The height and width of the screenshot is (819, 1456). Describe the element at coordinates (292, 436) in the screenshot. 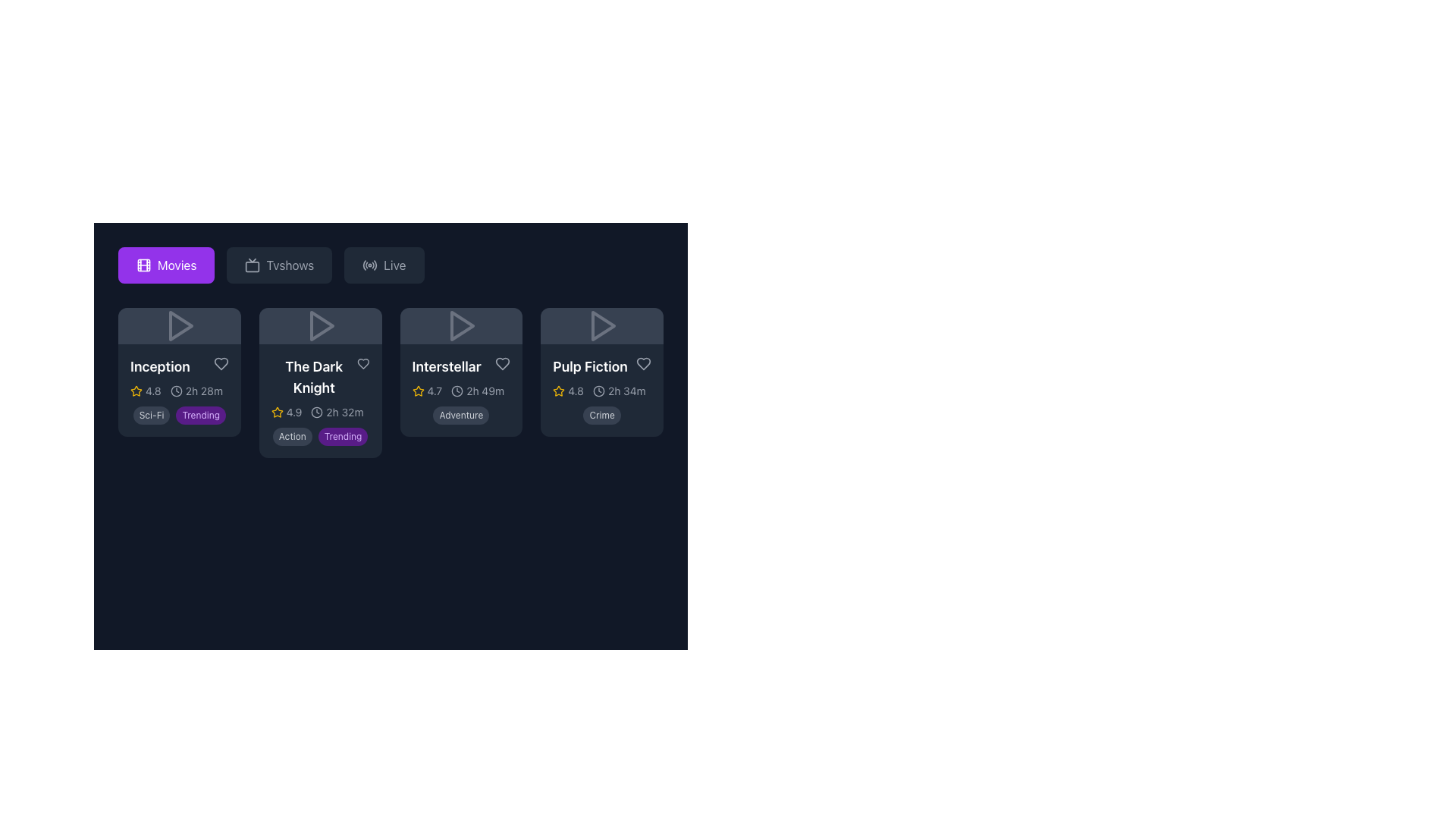

I see `the Badge element labeled 'Action' with a dark gray background` at that location.